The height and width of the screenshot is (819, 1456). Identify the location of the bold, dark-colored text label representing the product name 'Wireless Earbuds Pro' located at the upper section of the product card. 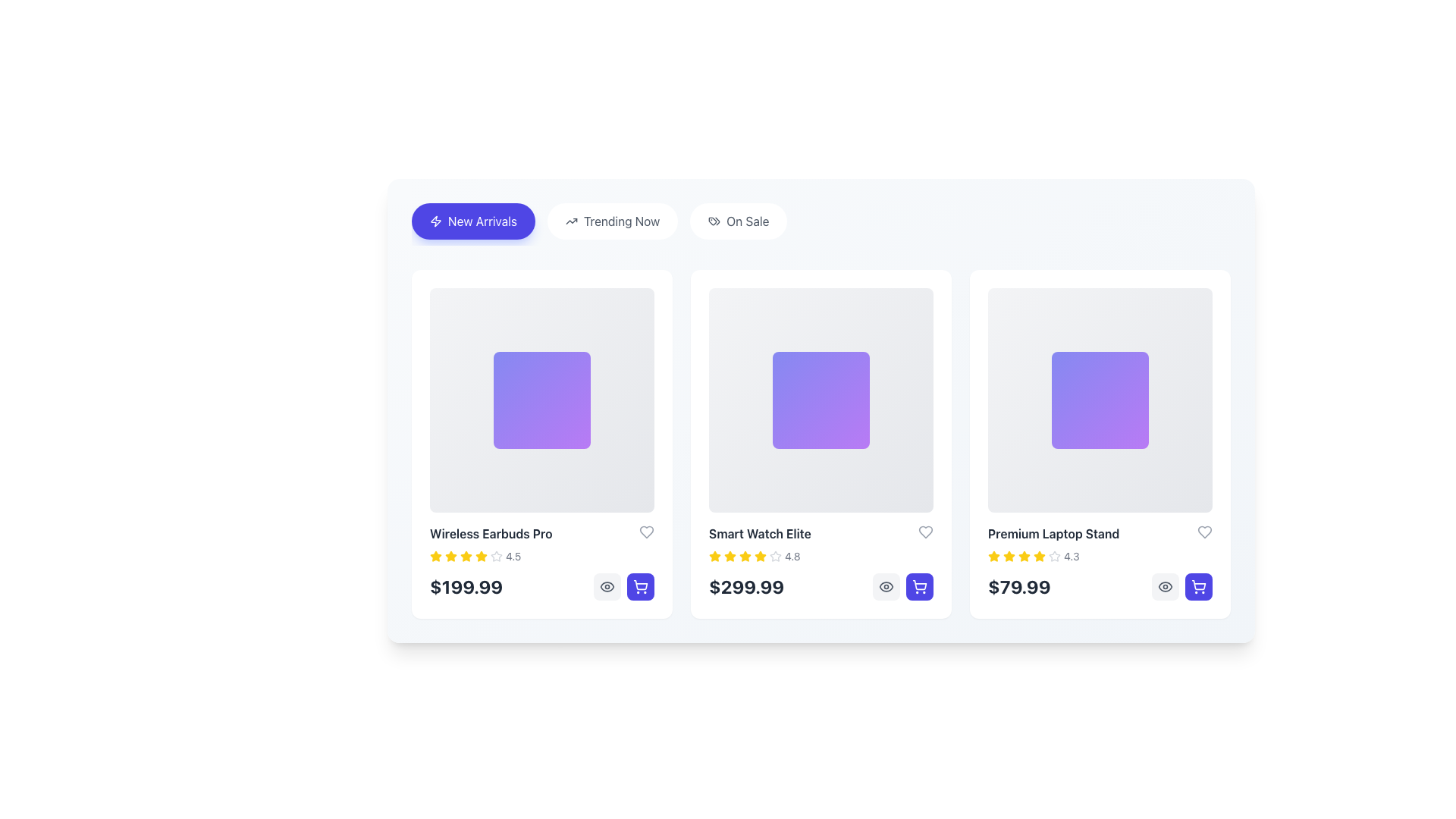
(542, 533).